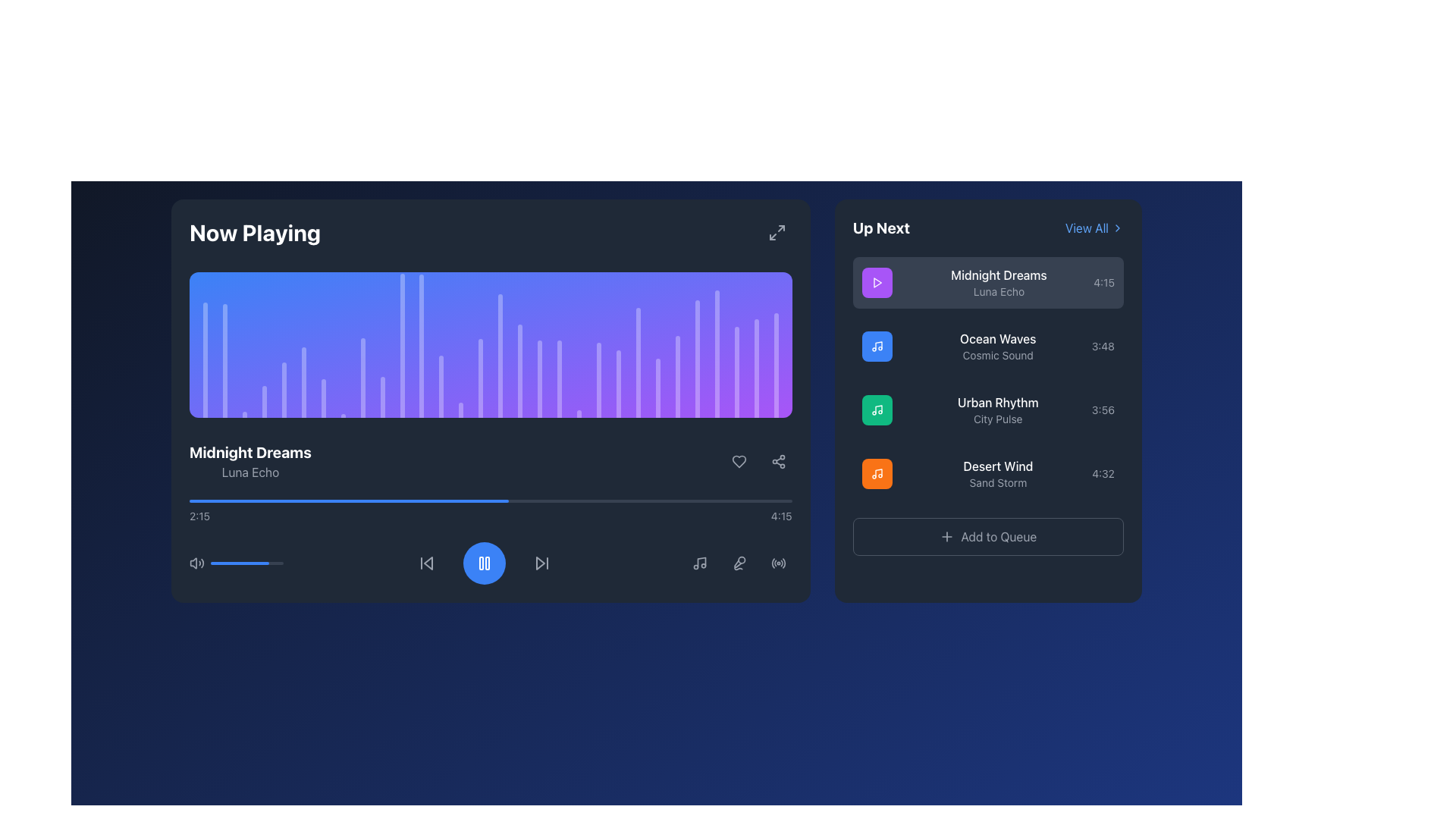 The height and width of the screenshot is (819, 1456). Describe the element at coordinates (998, 482) in the screenshot. I see `the subtitle text label for the track 'Desert Wind'` at that location.